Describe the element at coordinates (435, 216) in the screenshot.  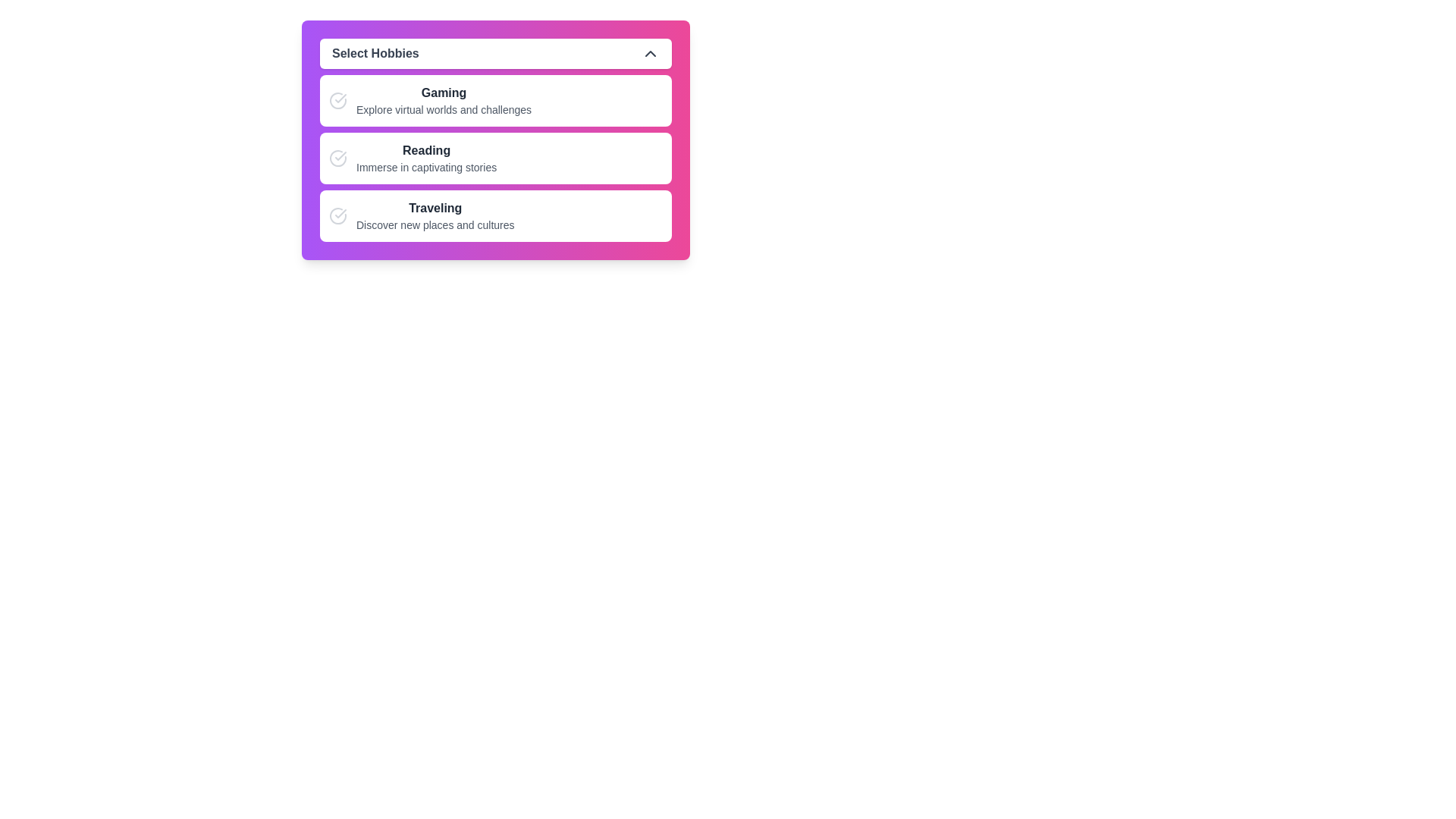
I see `the list item displaying 'Traveling'` at that location.